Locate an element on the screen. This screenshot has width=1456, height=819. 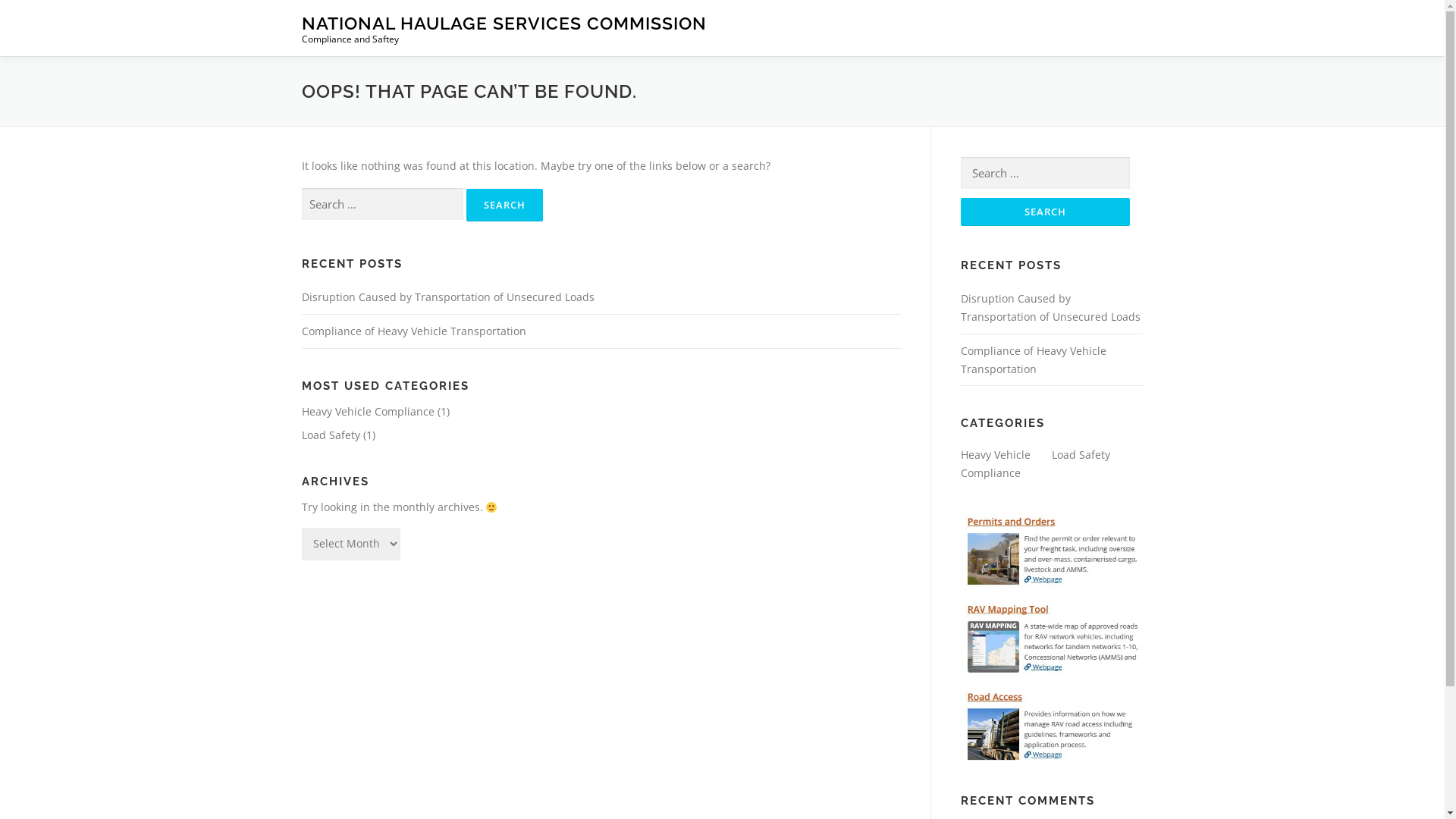
'Compliance of Heavy Vehicle Transportation' is located at coordinates (1032, 359).